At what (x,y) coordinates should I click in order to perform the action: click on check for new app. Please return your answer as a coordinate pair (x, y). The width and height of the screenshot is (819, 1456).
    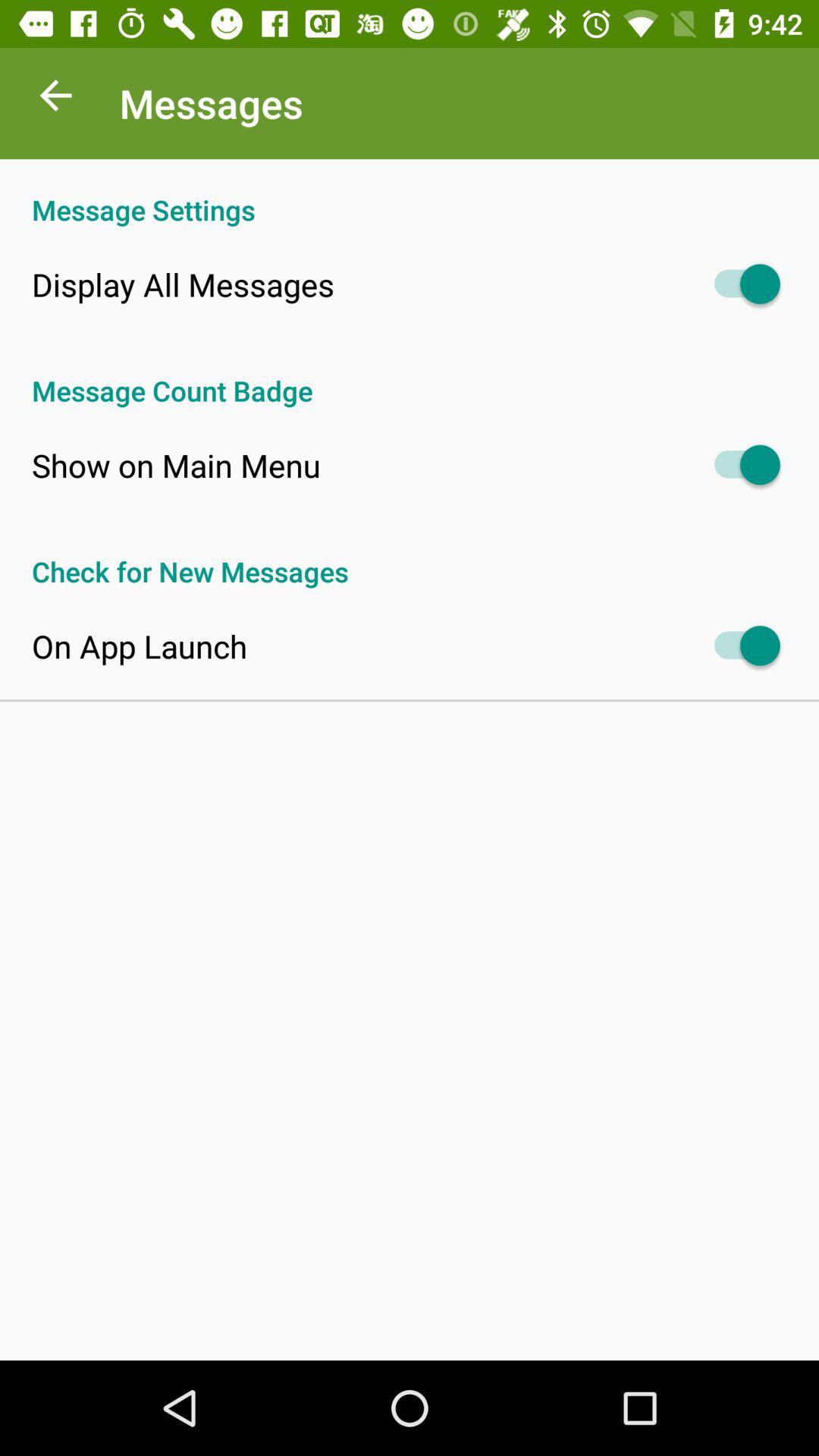
    Looking at the image, I should click on (409, 554).